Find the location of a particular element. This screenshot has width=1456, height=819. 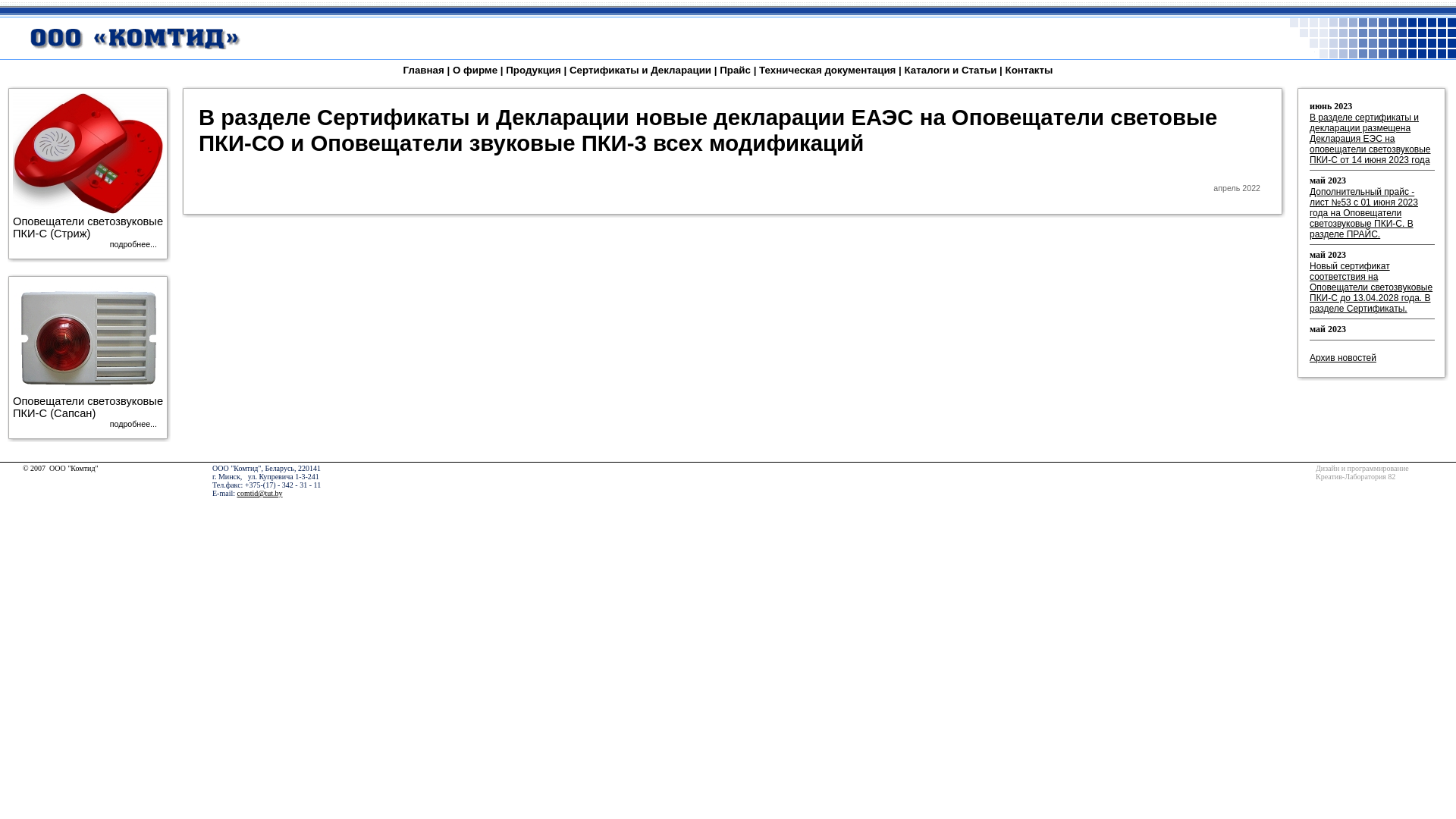

'comtid@tut.by' is located at coordinates (236, 493).